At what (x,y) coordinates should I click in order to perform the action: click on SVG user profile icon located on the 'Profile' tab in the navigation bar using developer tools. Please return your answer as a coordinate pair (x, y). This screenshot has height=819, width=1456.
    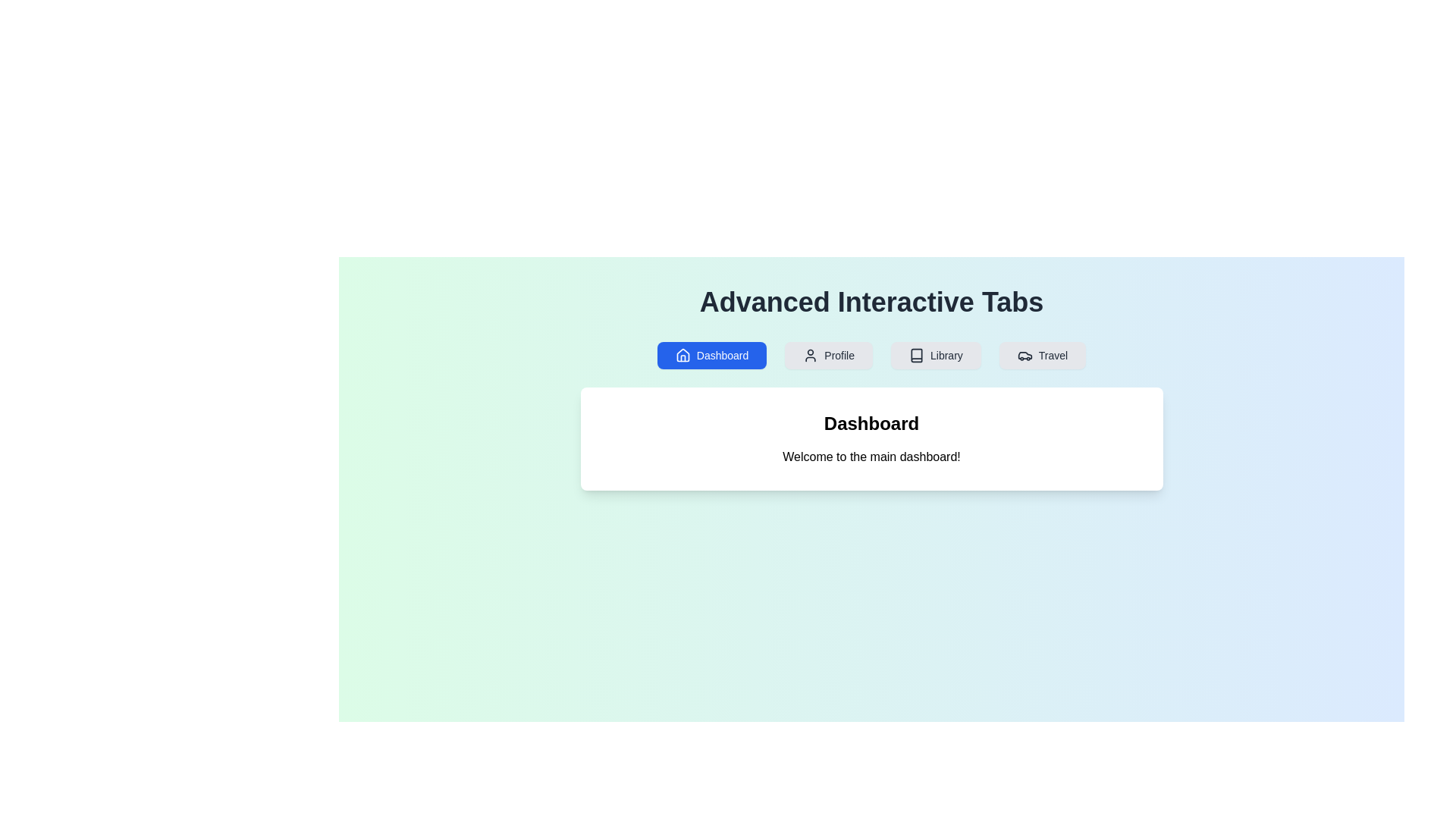
    Looking at the image, I should click on (810, 356).